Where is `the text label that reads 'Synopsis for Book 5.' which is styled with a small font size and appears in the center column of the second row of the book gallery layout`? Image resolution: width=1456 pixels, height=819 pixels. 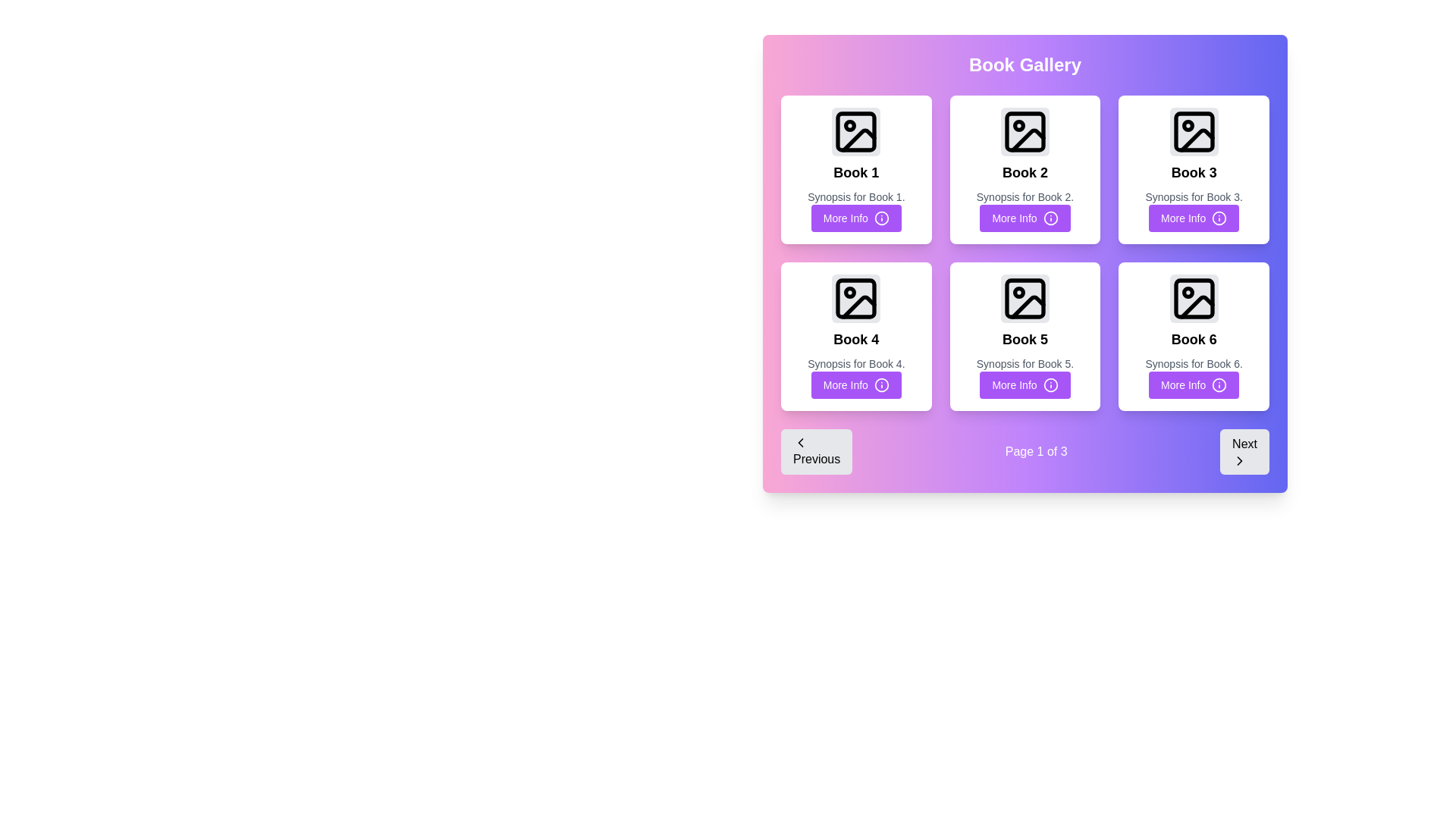
the text label that reads 'Synopsis for Book 5.' which is styled with a small font size and appears in the center column of the second row of the book gallery layout is located at coordinates (1025, 363).